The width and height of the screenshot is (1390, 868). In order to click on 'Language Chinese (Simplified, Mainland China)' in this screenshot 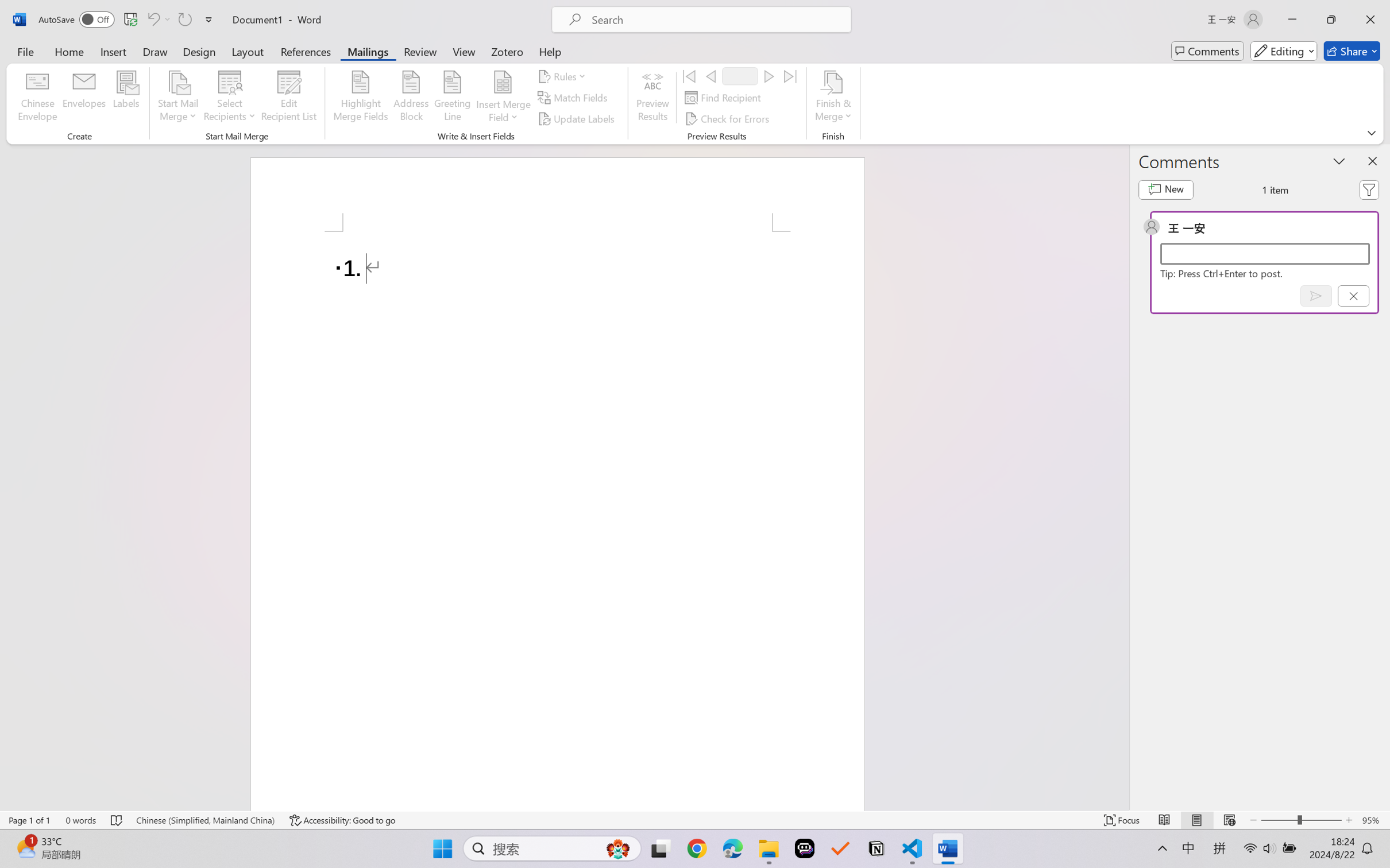, I will do `click(204, 820)`.